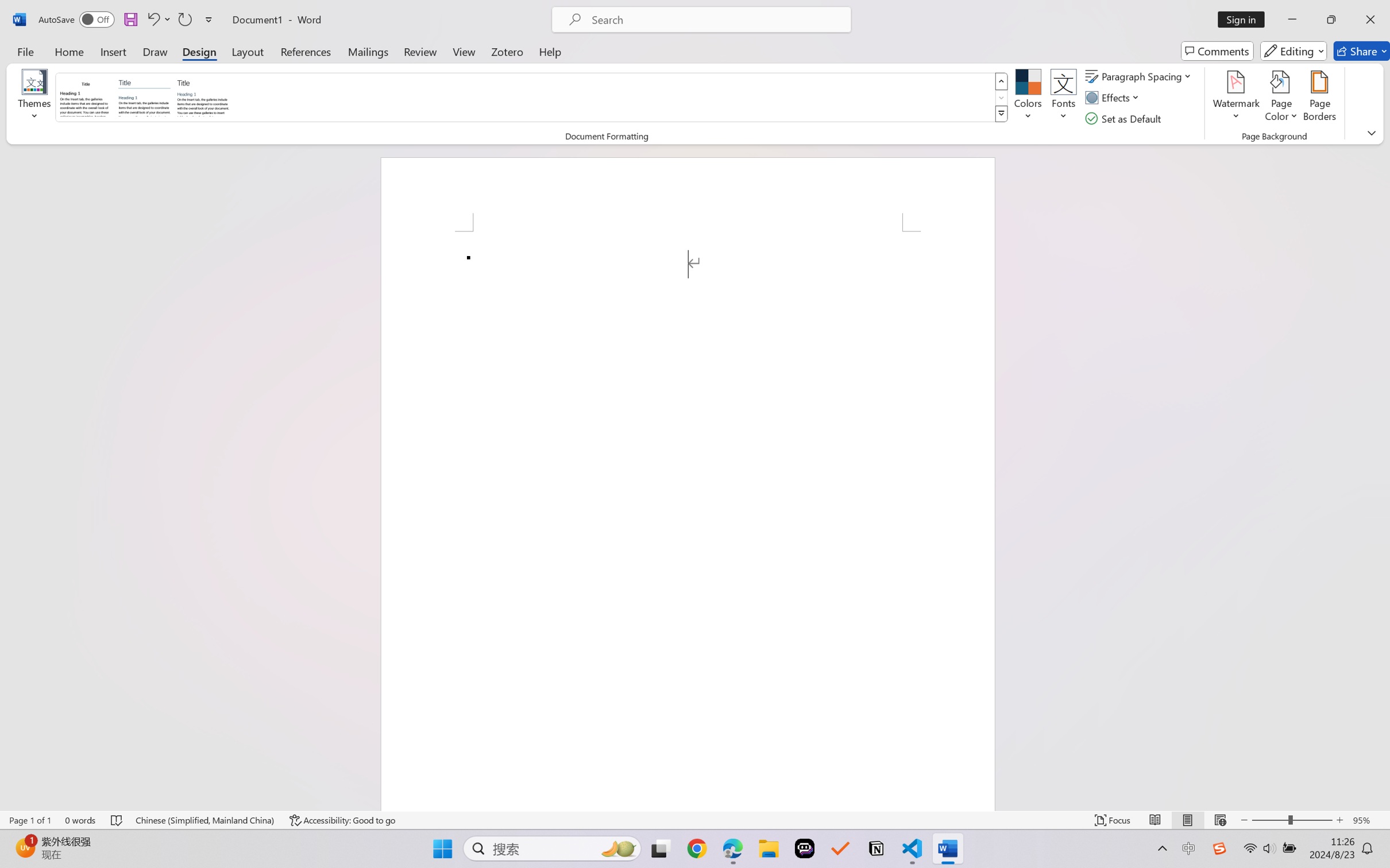  What do you see at coordinates (184, 19) in the screenshot?
I see `'Repeat Style'` at bounding box center [184, 19].